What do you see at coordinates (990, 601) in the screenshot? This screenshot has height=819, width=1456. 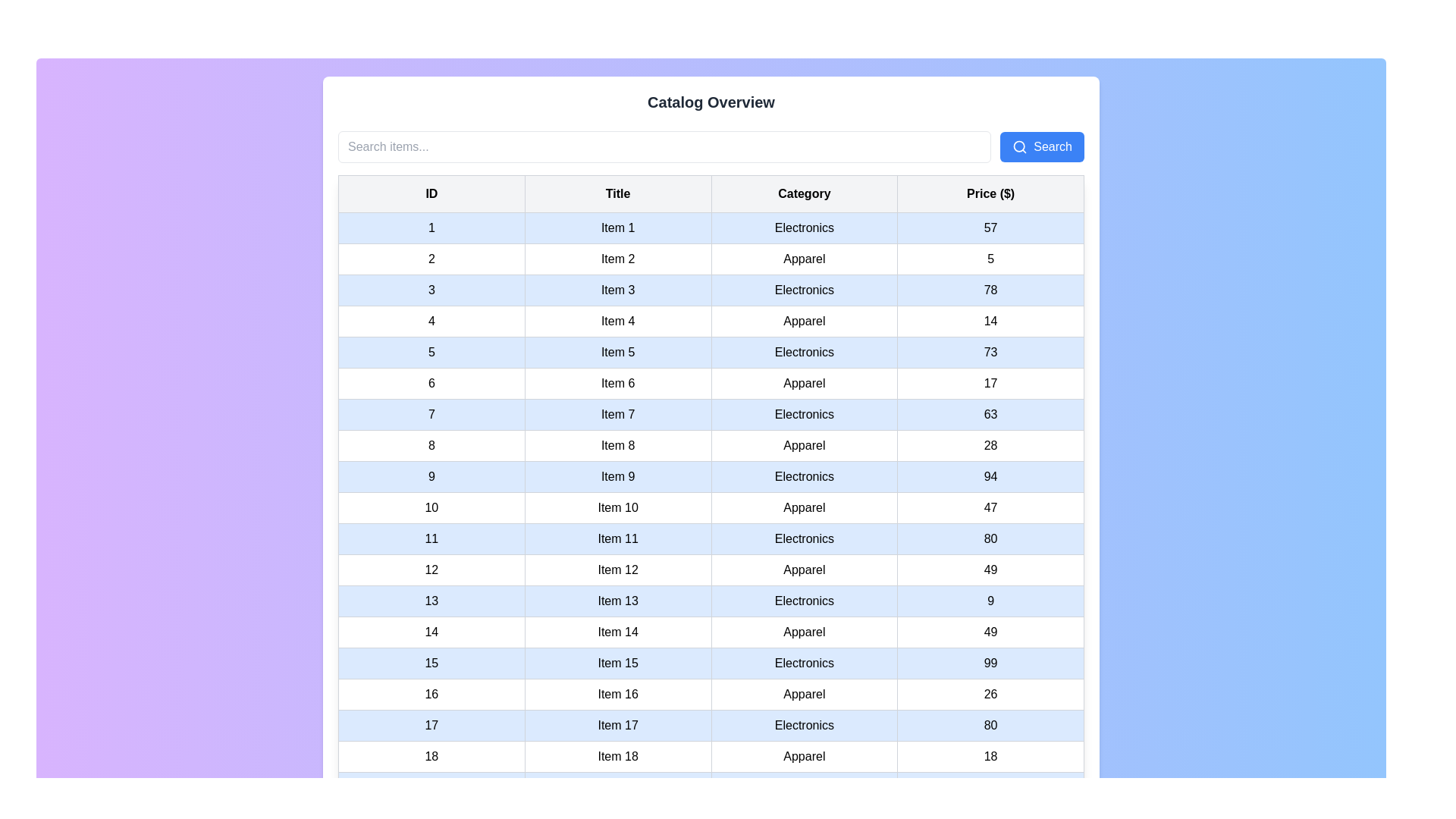 I see `the content of the Text cell displaying the number '9' under the 'Price ($)' header in the table row corresponding to Item 13` at bounding box center [990, 601].